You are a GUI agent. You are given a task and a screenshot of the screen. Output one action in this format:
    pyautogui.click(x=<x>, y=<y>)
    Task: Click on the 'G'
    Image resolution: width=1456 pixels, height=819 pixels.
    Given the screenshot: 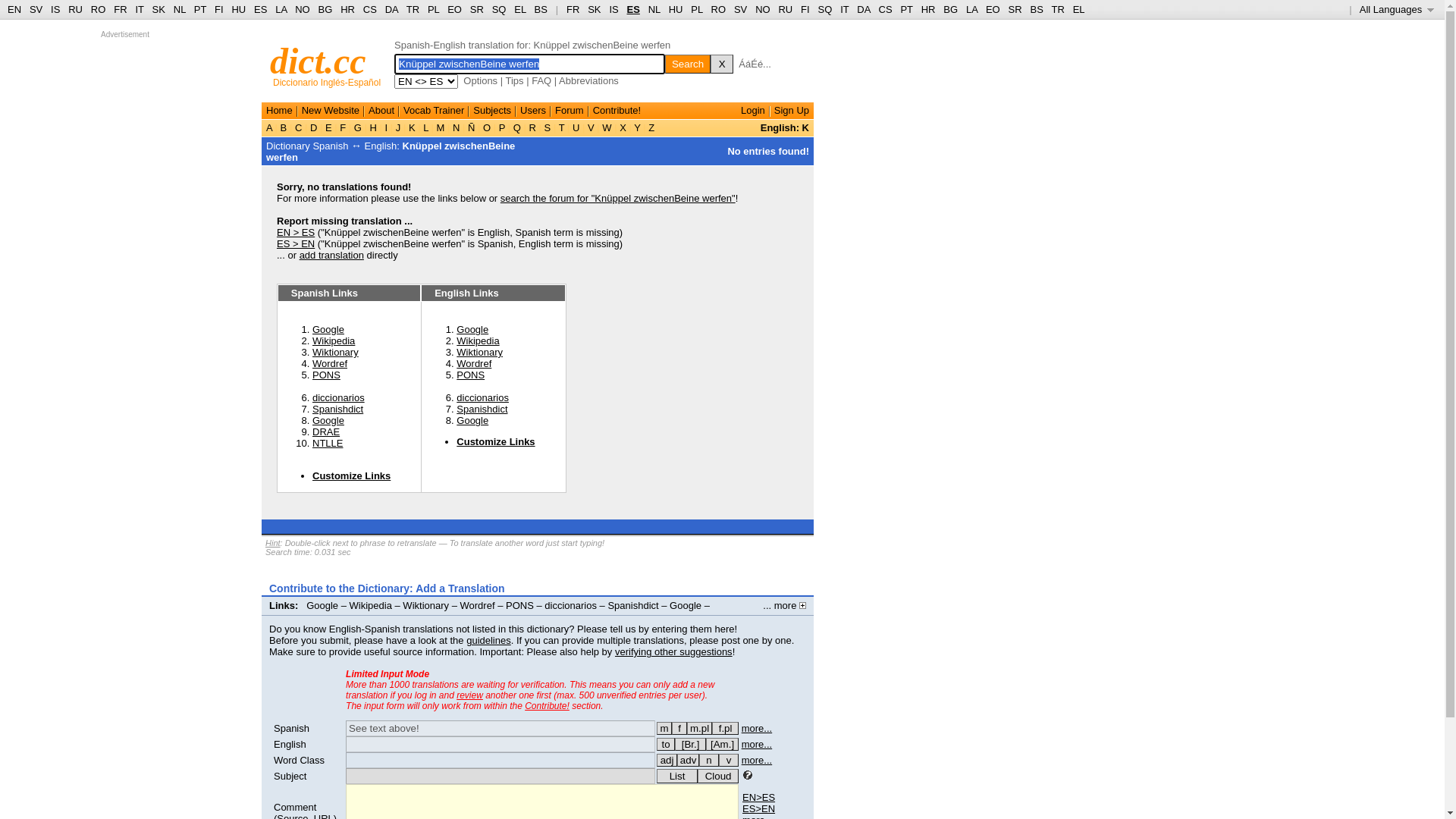 What is the action you would take?
    pyautogui.click(x=356, y=127)
    